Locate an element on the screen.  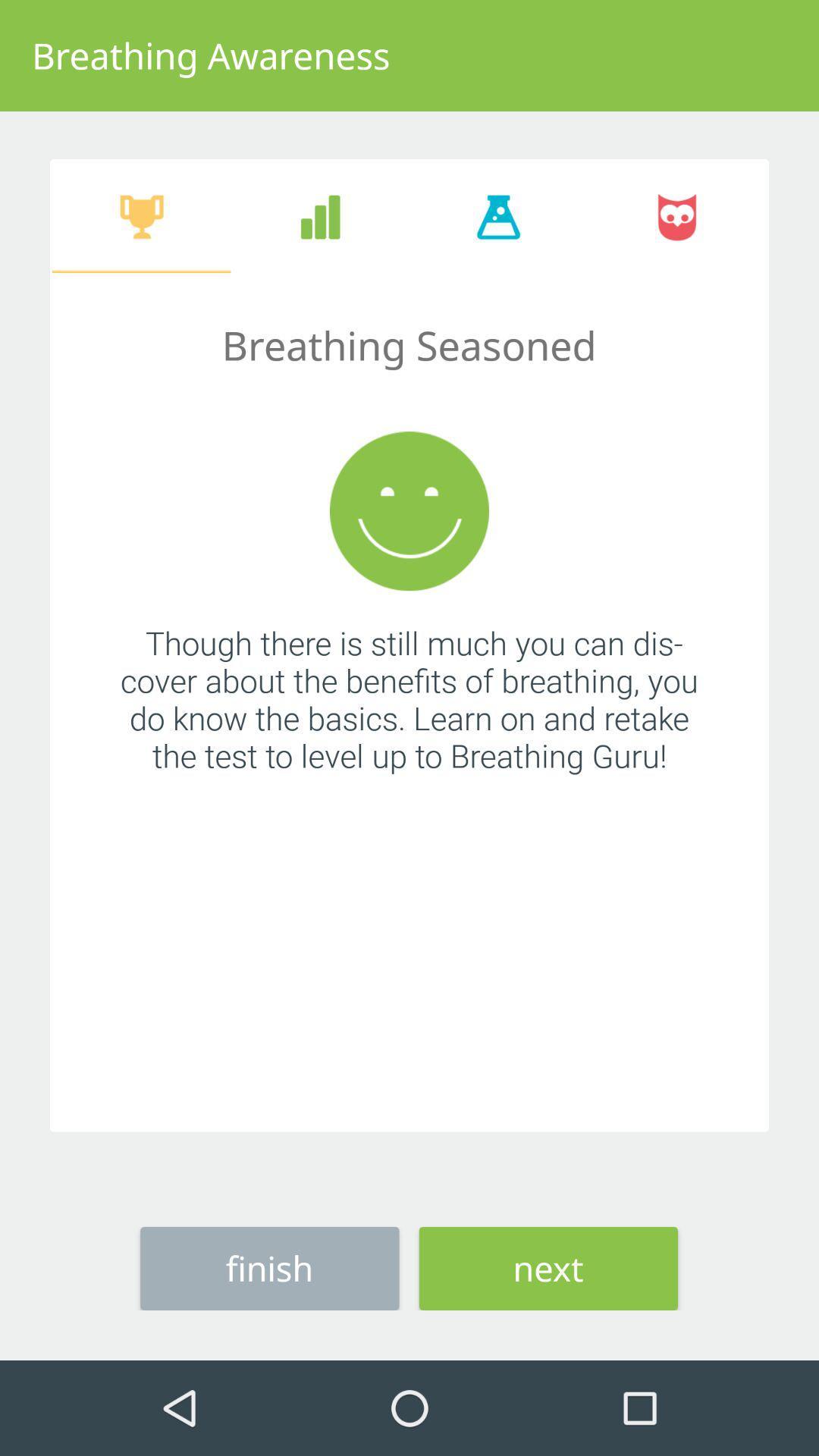
finish item is located at coordinates (268, 1268).